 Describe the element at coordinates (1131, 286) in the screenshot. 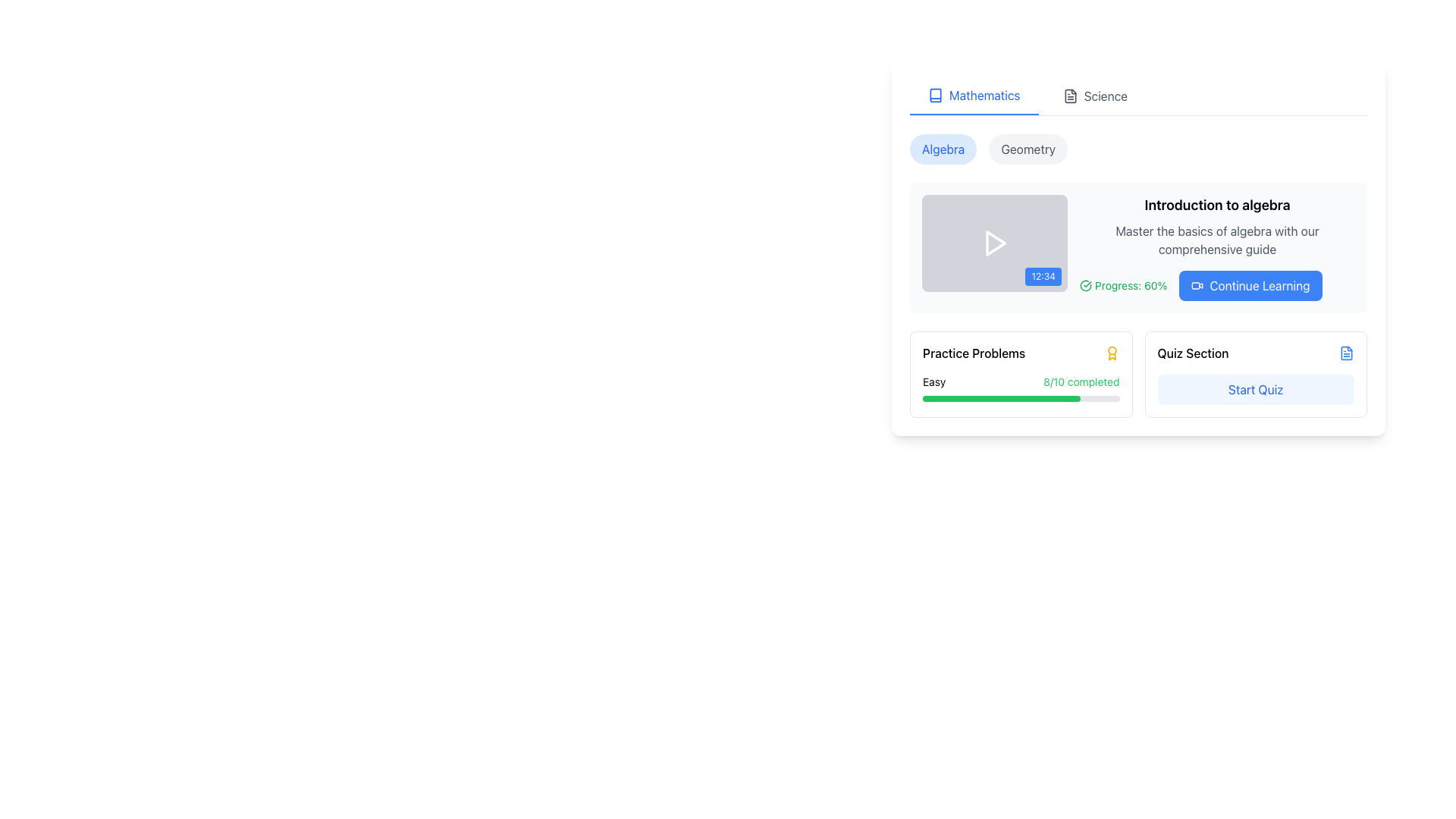

I see `the text label that displays the progress percentage in the 'Introduction to algebra' section, located to the right of the green check circle icon and above the 'Continue Learning' button` at that location.